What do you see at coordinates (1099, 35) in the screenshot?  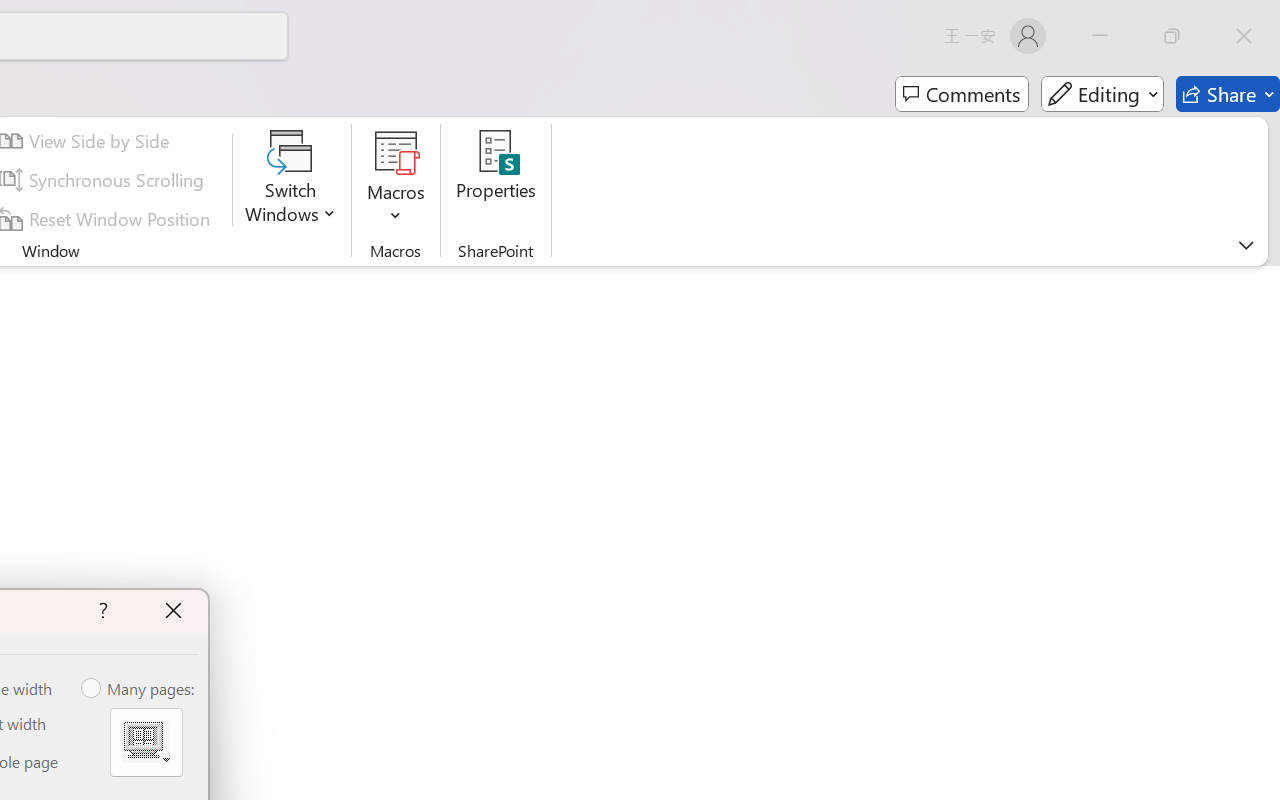 I see `'Minimize'` at bounding box center [1099, 35].